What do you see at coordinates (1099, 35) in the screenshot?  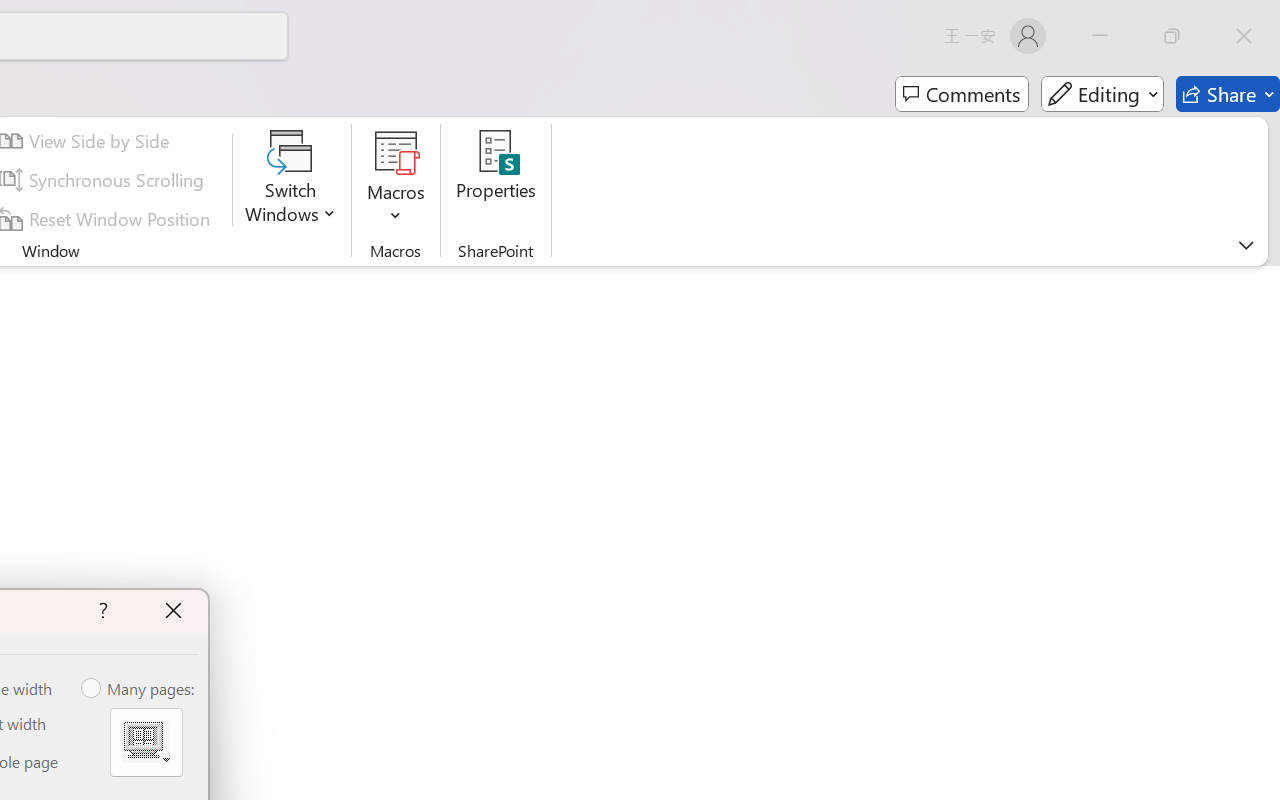 I see `'Minimize'` at bounding box center [1099, 35].